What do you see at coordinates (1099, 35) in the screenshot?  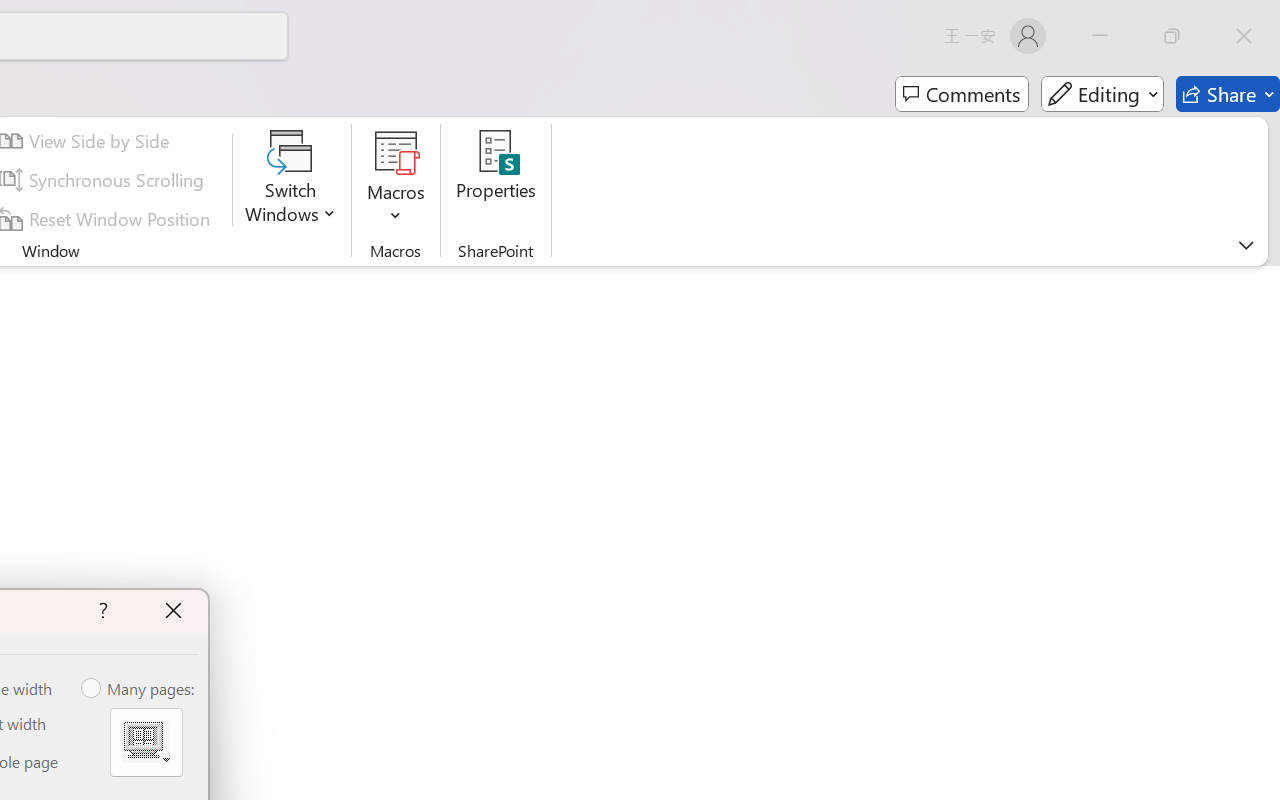 I see `'Minimize'` at bounding box center [1099, 35].